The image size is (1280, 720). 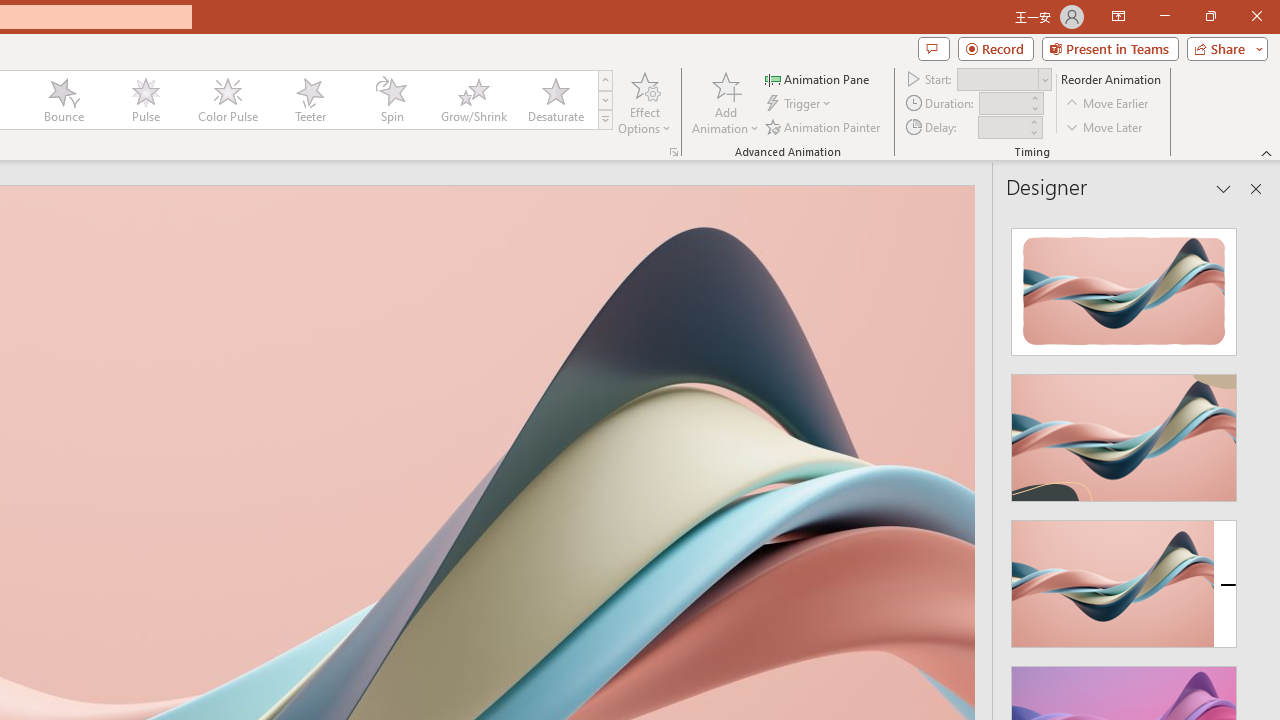 I want to click on 'Teeter', so click(x=308, y=100).